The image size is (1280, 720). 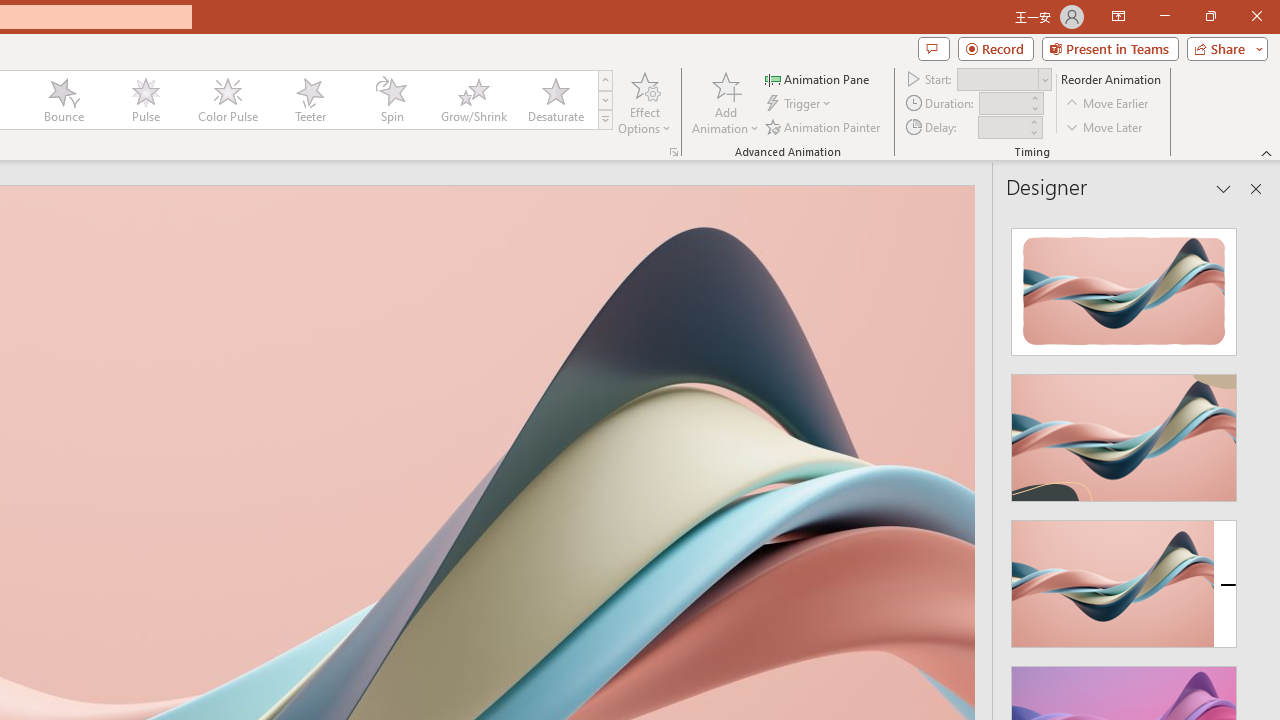 I want to click on 'Teeter', so click(x=308, y=100).